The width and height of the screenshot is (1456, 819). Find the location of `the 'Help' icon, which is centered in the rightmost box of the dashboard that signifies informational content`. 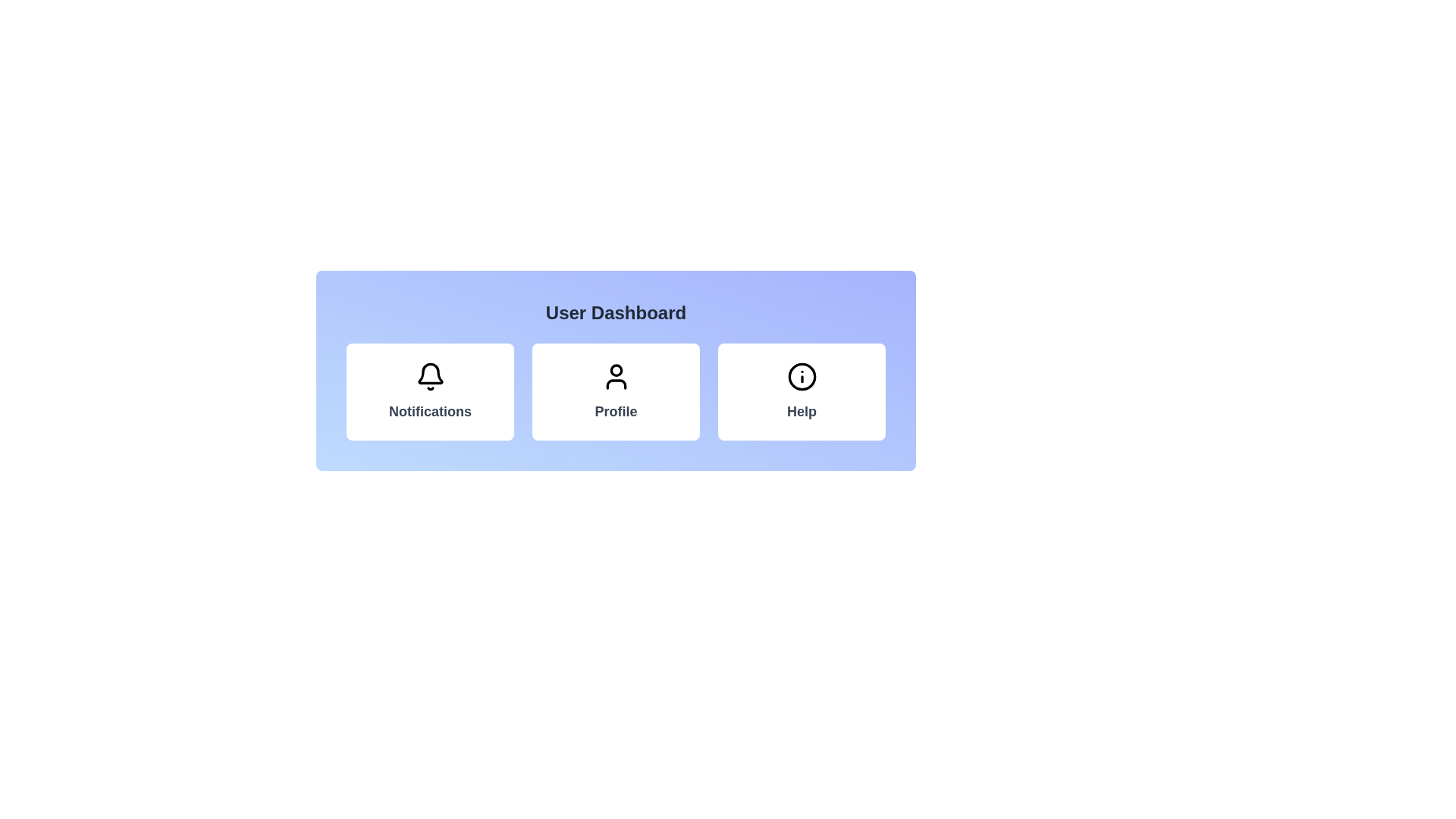

the 'Help' icon, which is centered in the rightmost box of the dashboard that signifies informational content is located at coordinates (801, 376).